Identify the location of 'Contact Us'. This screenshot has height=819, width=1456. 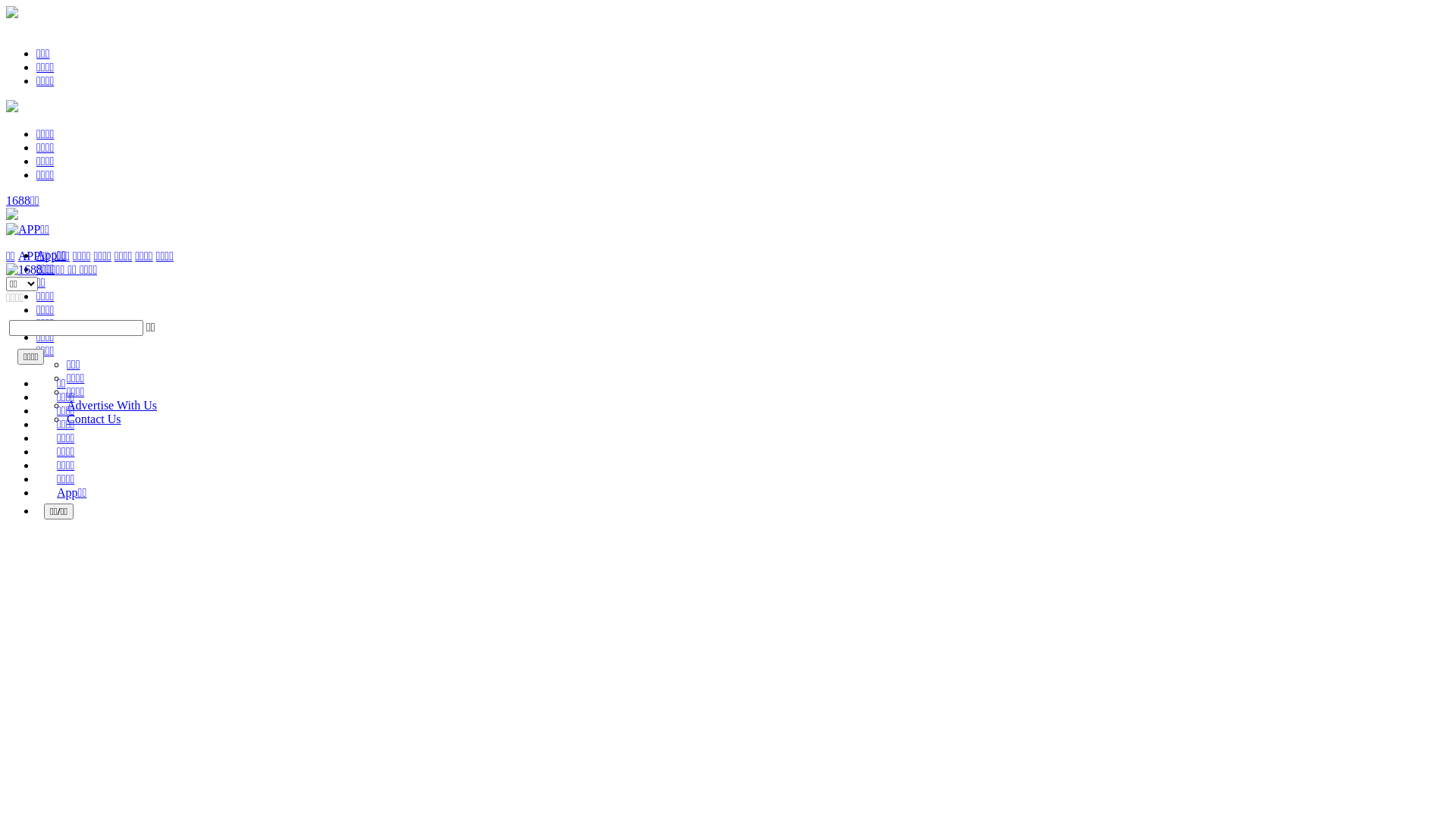
(65, 419).